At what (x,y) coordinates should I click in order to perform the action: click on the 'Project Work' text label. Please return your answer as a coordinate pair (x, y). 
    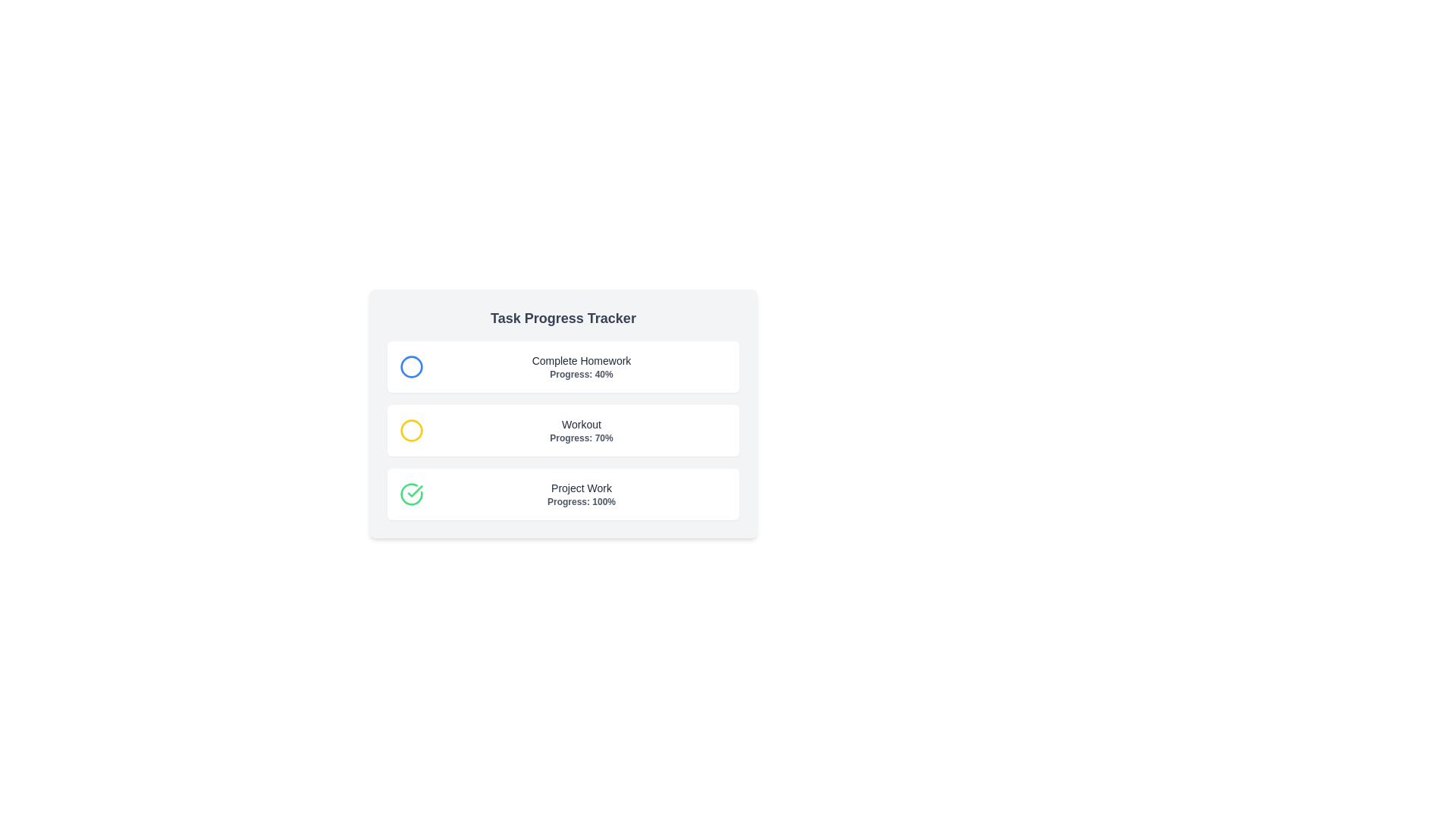
    Looking at the image, I should click on (581, 488).